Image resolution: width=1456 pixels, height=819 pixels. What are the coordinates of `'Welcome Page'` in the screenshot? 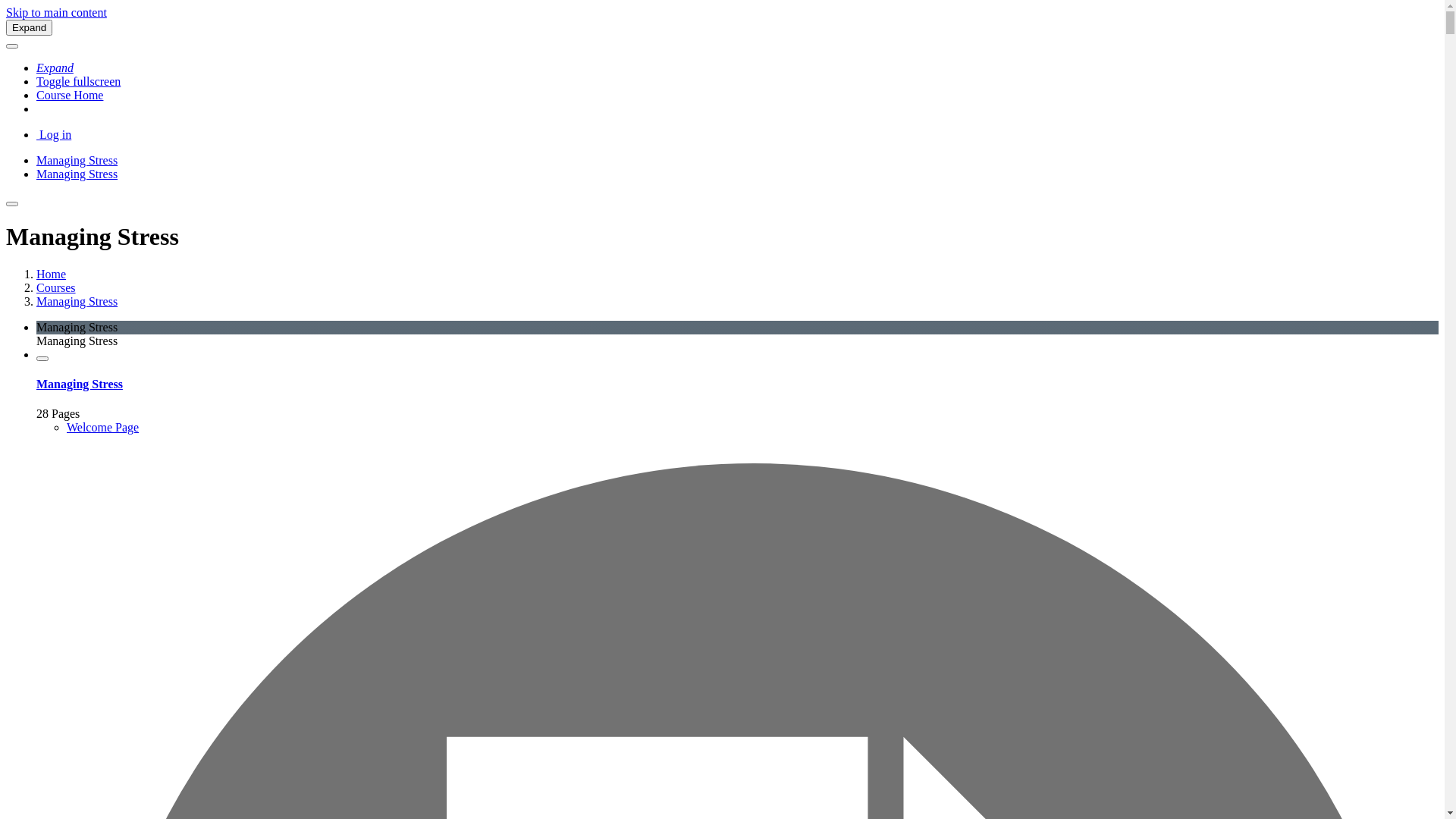 It's located at (102, 427).